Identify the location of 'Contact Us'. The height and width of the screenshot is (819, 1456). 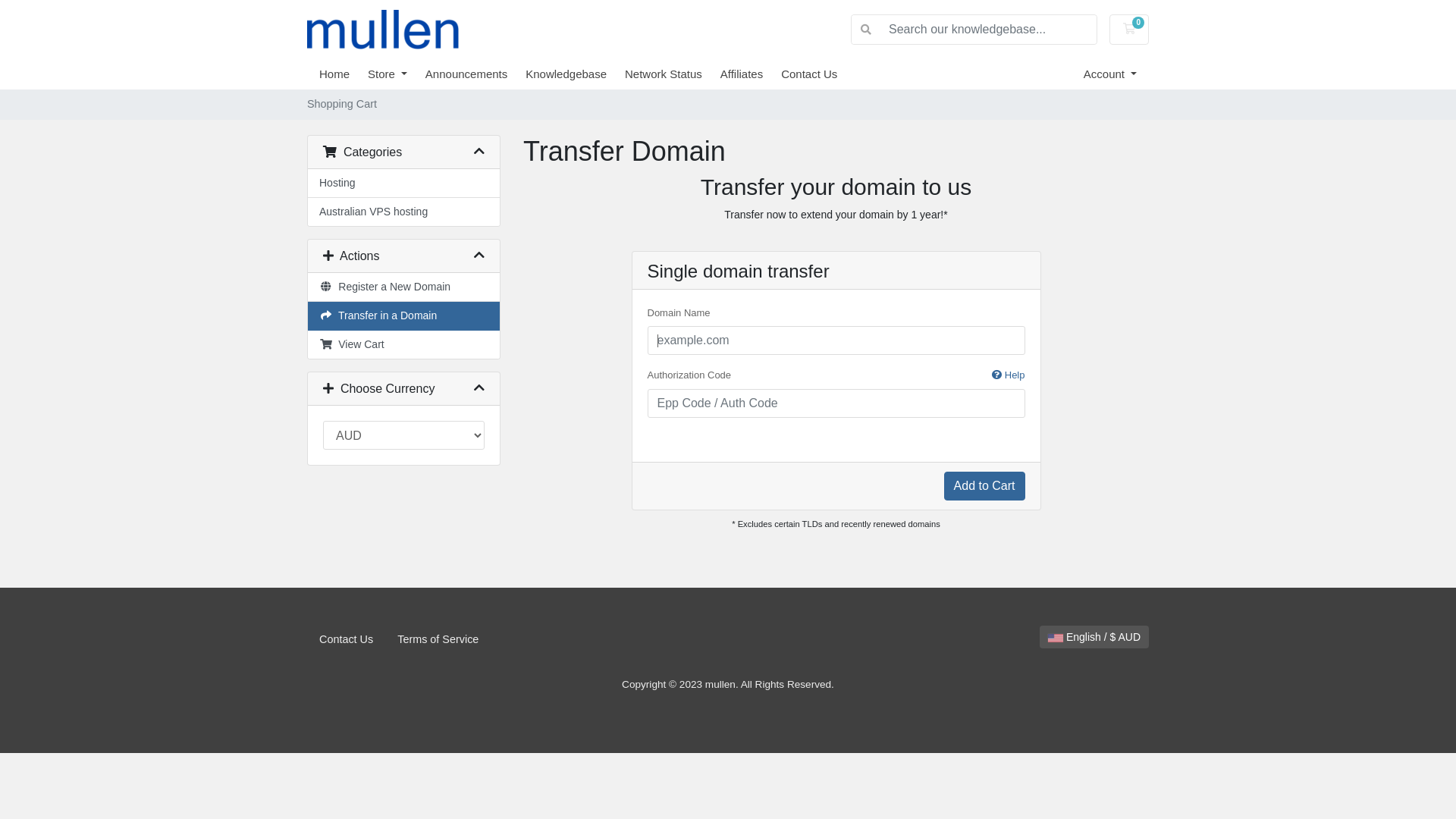
(345, 640).